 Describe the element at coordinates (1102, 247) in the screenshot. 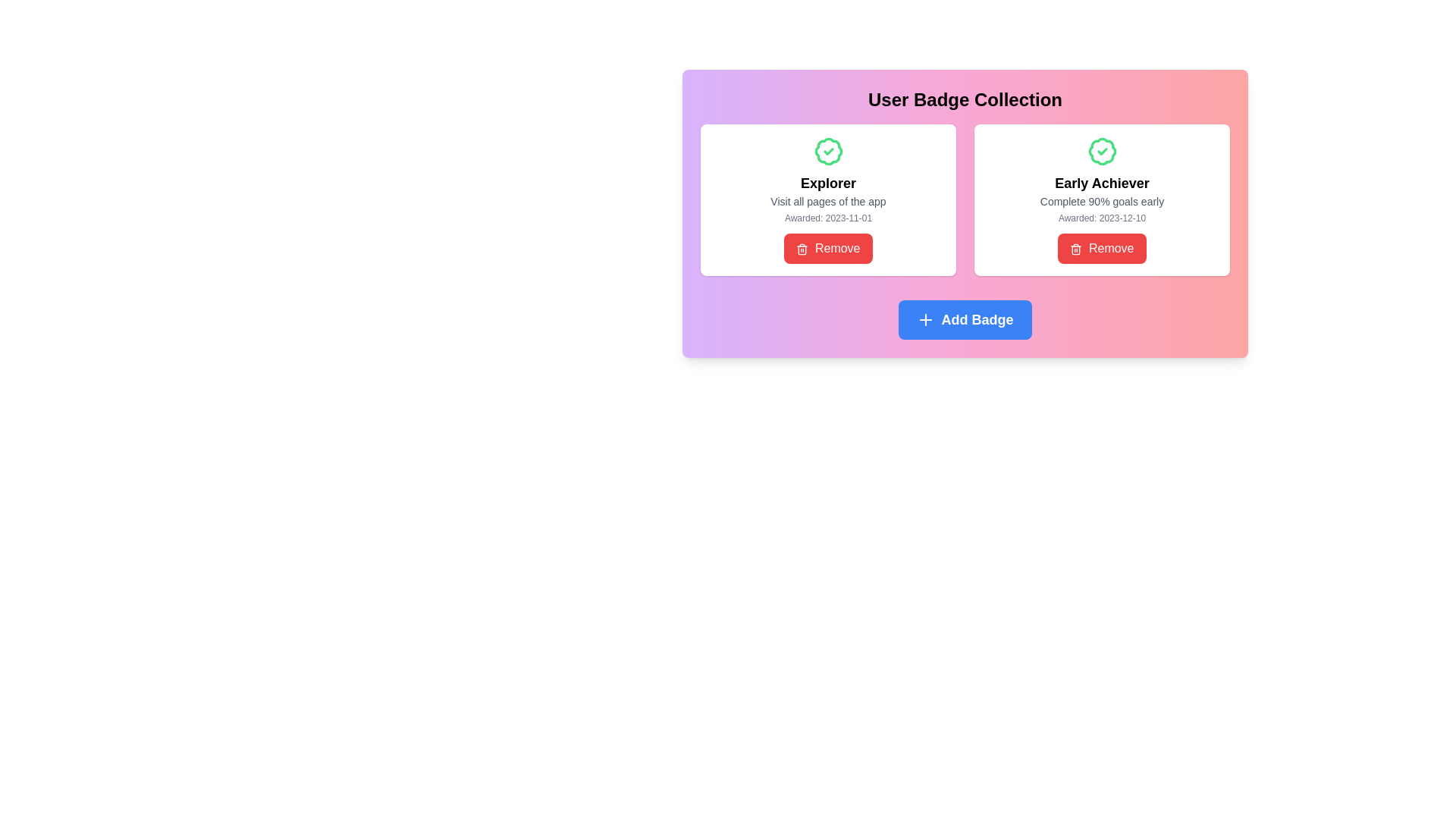

I see `the prominent red button labeled 'Remove' with a trash can icon, located at the bottom of the 'Early Achiever' badge card` at that location.